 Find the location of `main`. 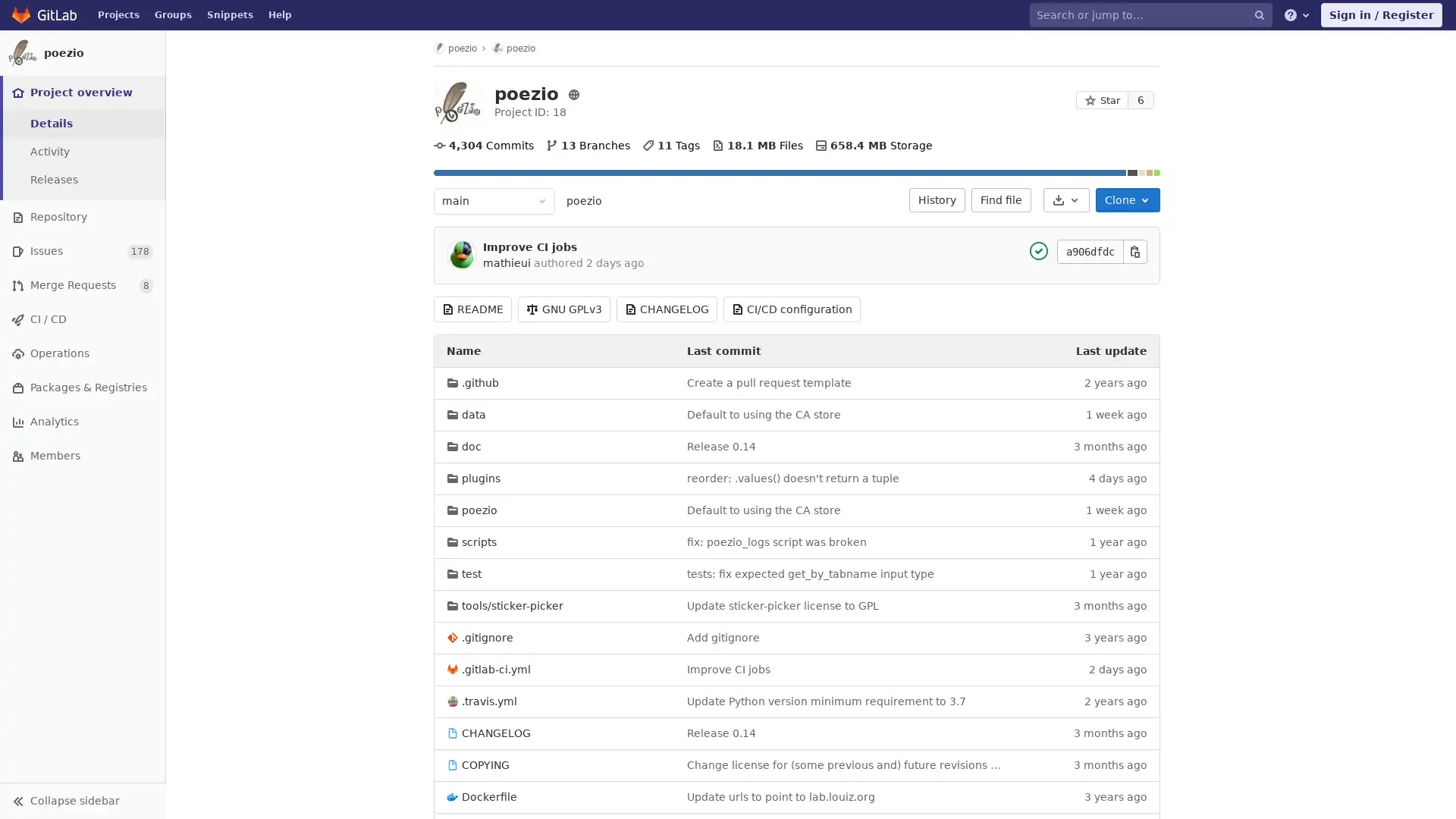

main is located at coordinates (509, 200).